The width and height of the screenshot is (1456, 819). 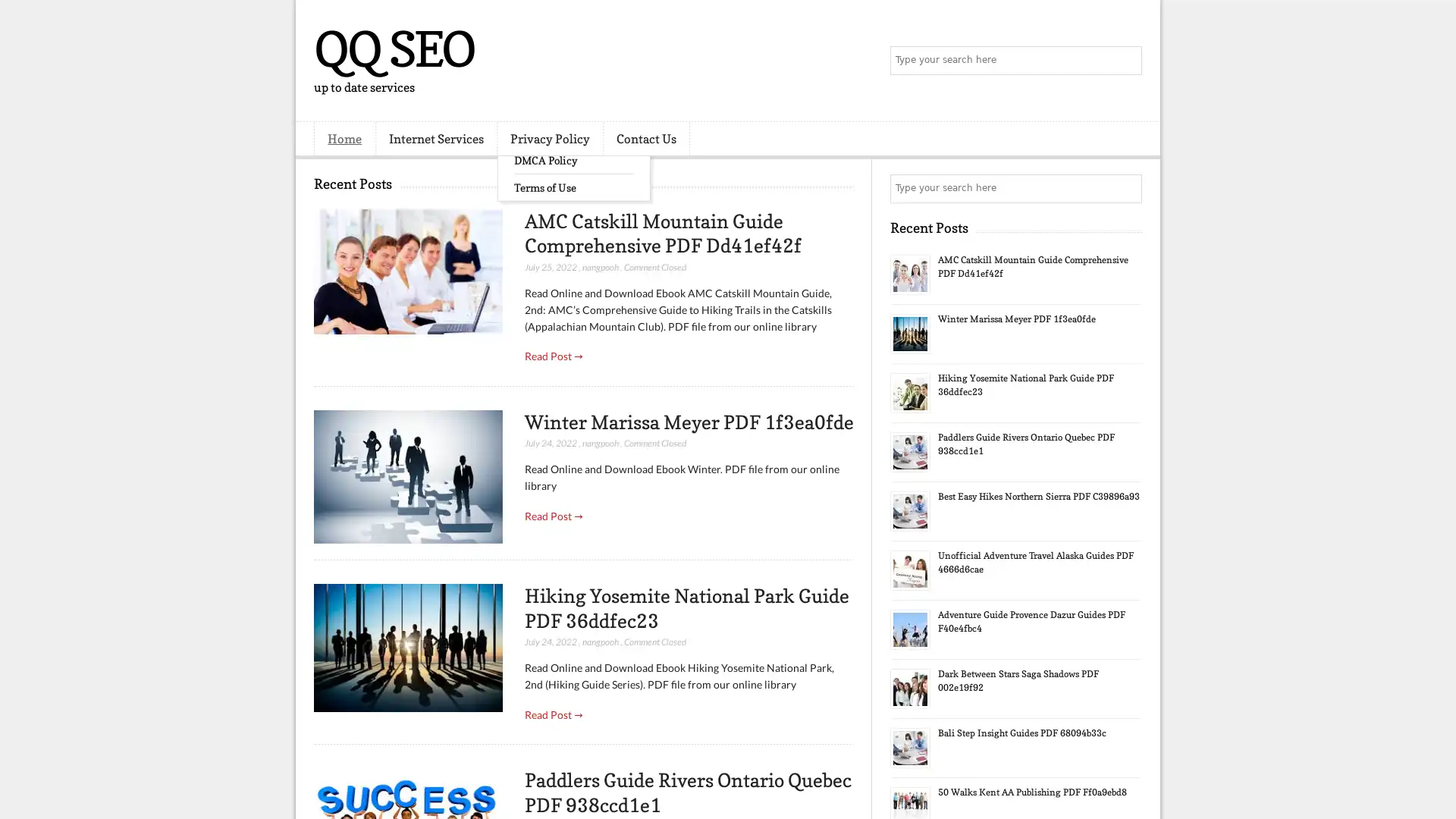 I want to click on Search, so click(x=1126, y=61).